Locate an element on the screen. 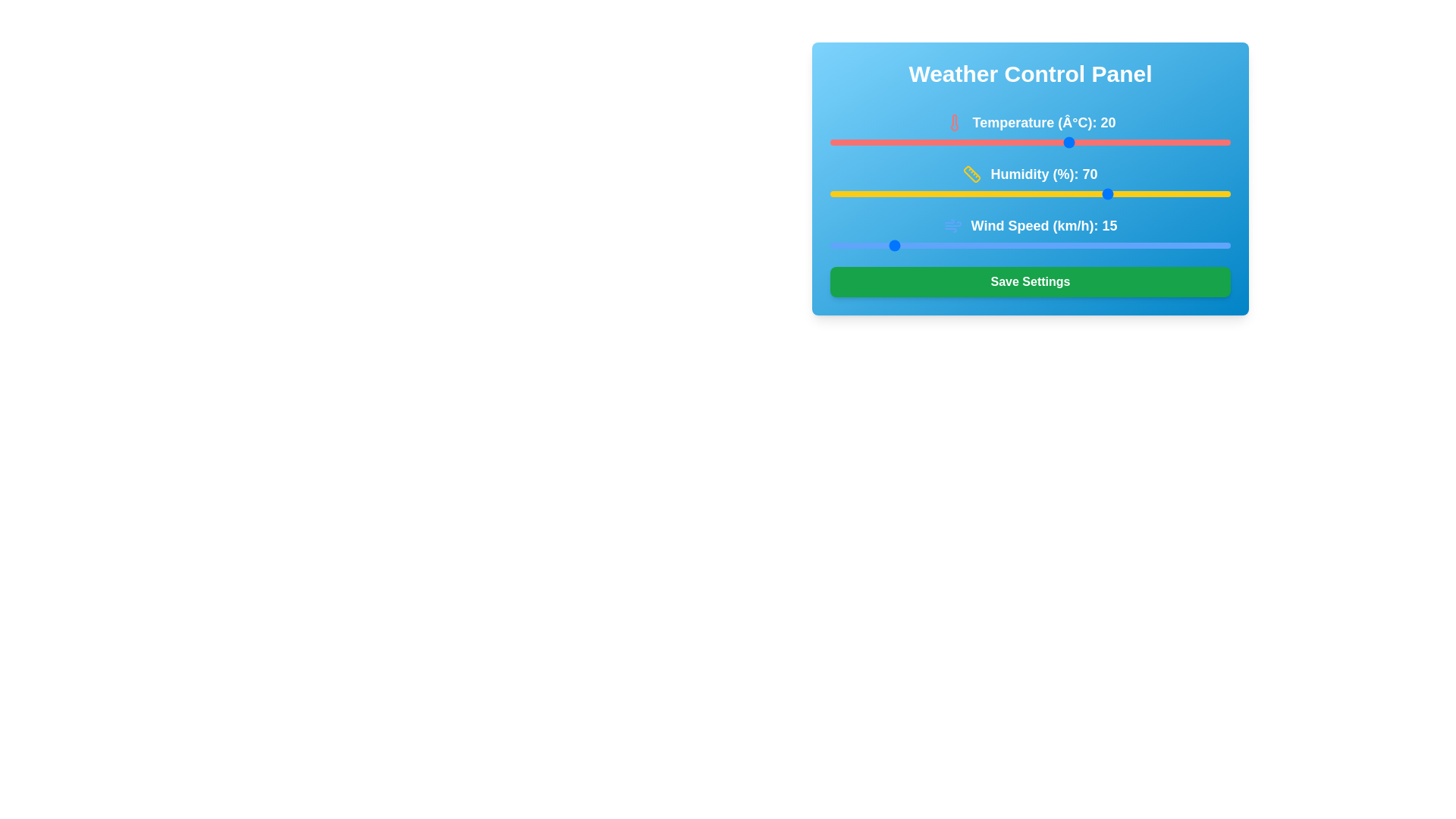 The width and height of the screenshot is (1456, 819). the humidity control icon, which is part of the 'Humidity (%): 70' group and located to the left of the descriptive text is located at coordinates (972, 174).